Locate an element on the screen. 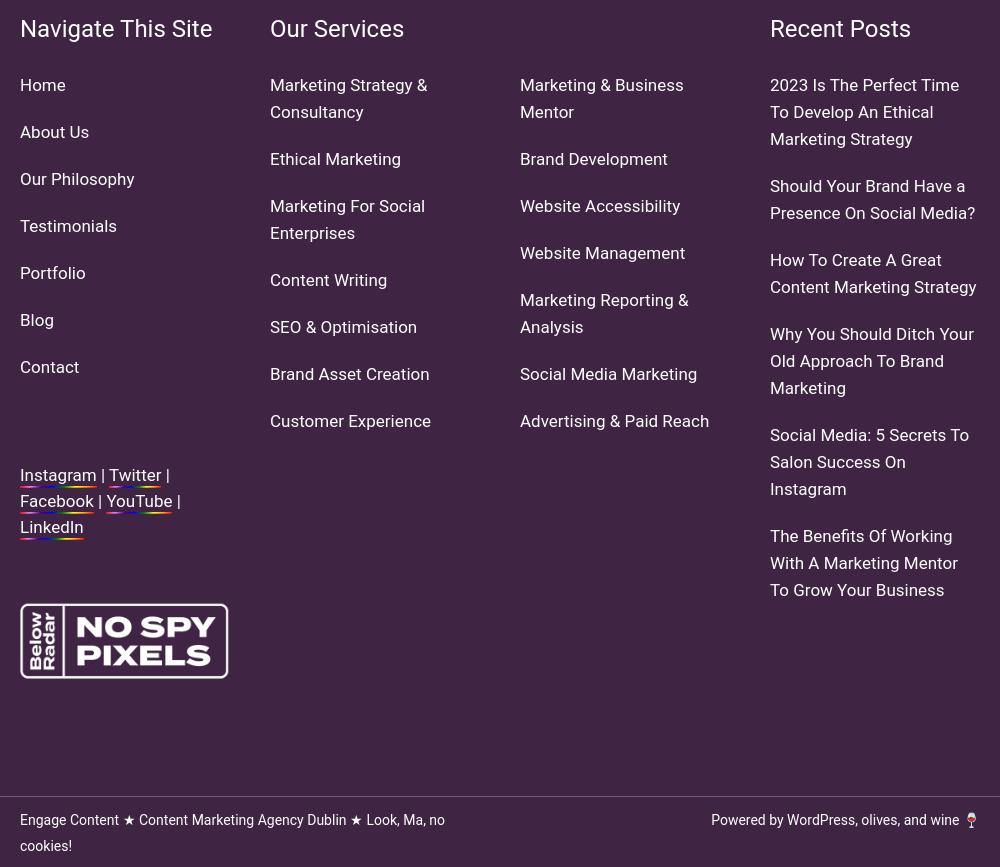 This screenshot has height=867, width=1000. 'Blog' is located at coordinates (36, 318).